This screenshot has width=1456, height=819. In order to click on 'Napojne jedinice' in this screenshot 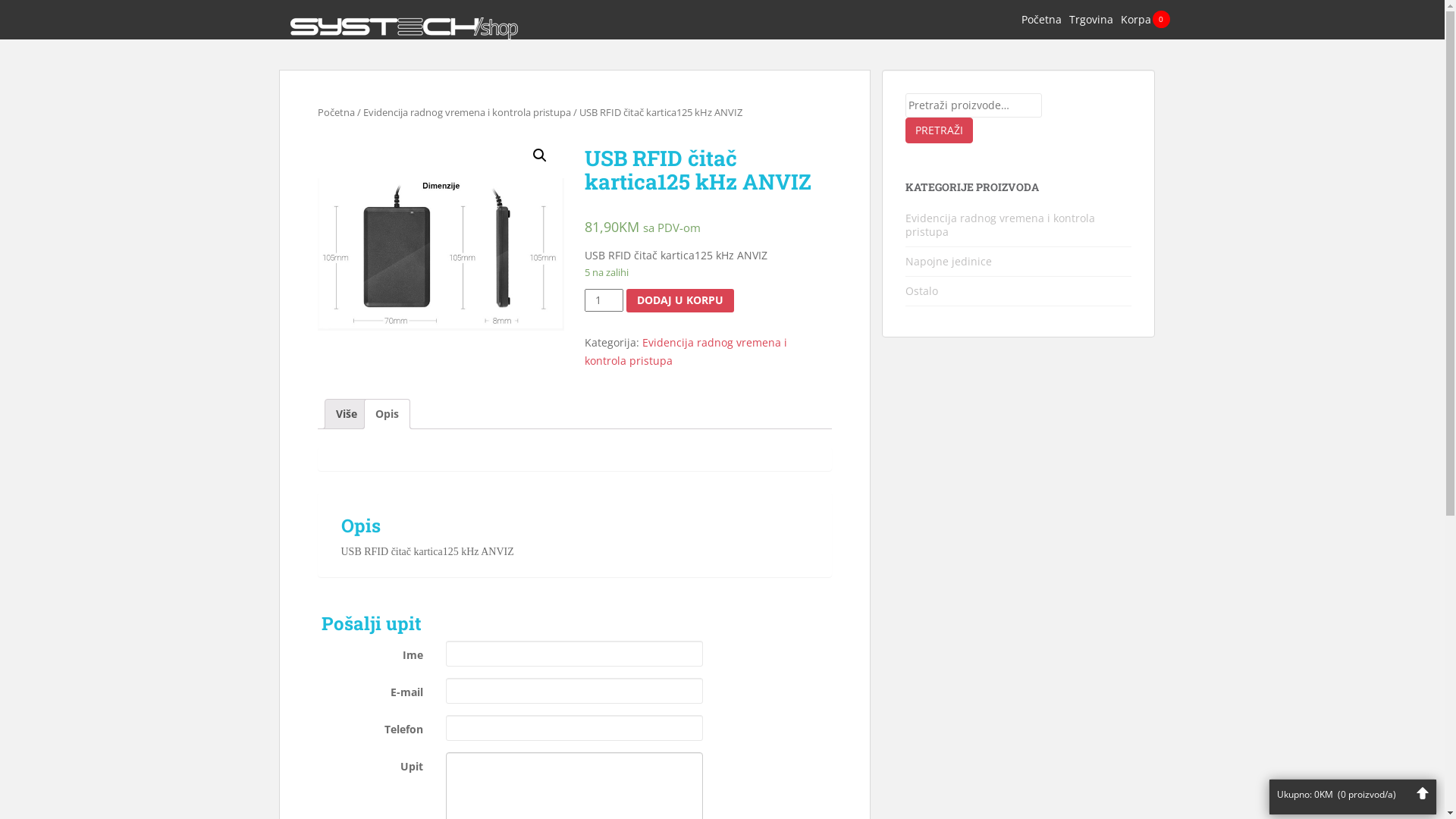, I will do `click(905, 260)`.